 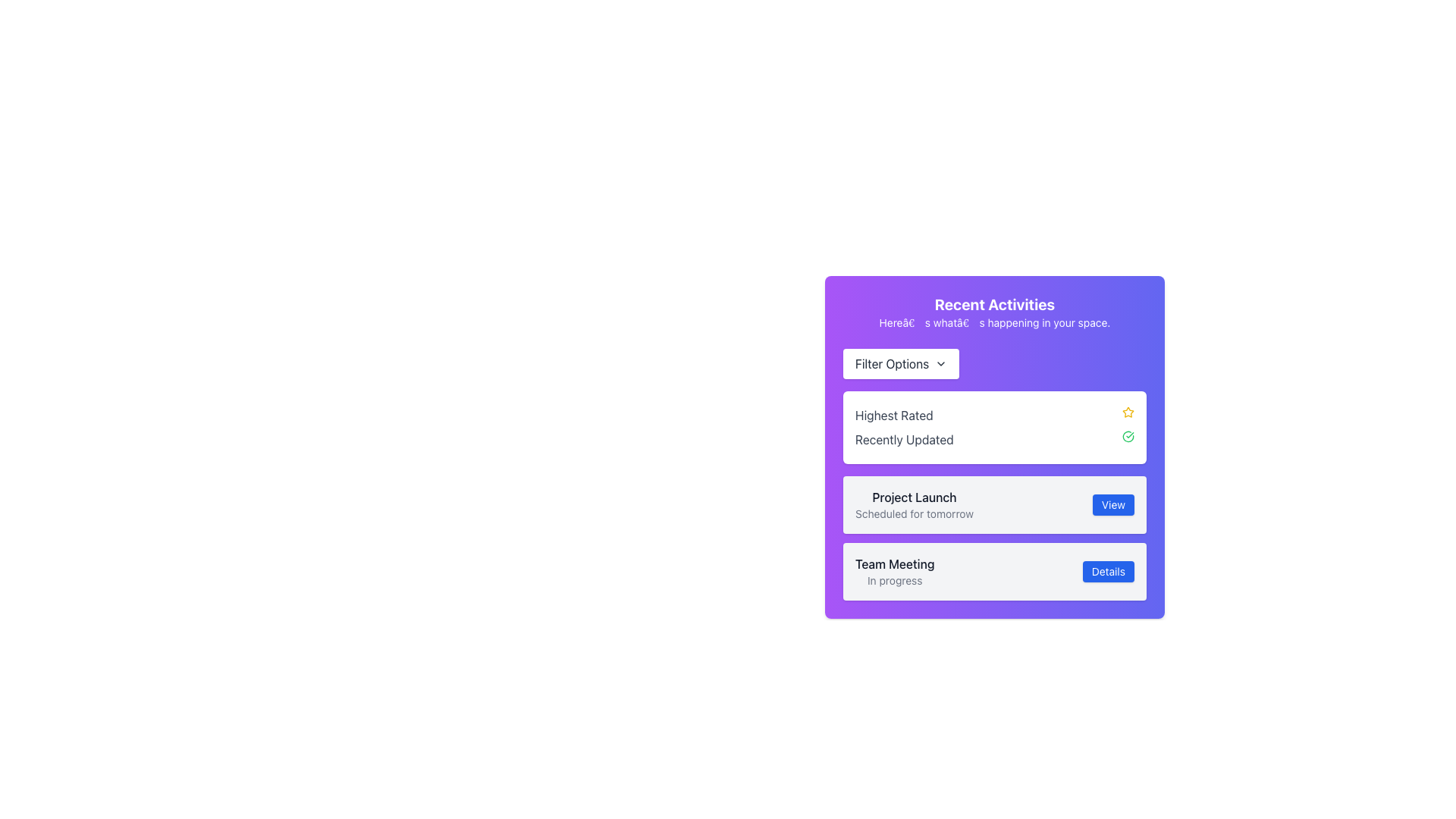 I want to click on the button located at the far-right edge of the card displaying 'Project Launch', so click(x=1113, y=505).